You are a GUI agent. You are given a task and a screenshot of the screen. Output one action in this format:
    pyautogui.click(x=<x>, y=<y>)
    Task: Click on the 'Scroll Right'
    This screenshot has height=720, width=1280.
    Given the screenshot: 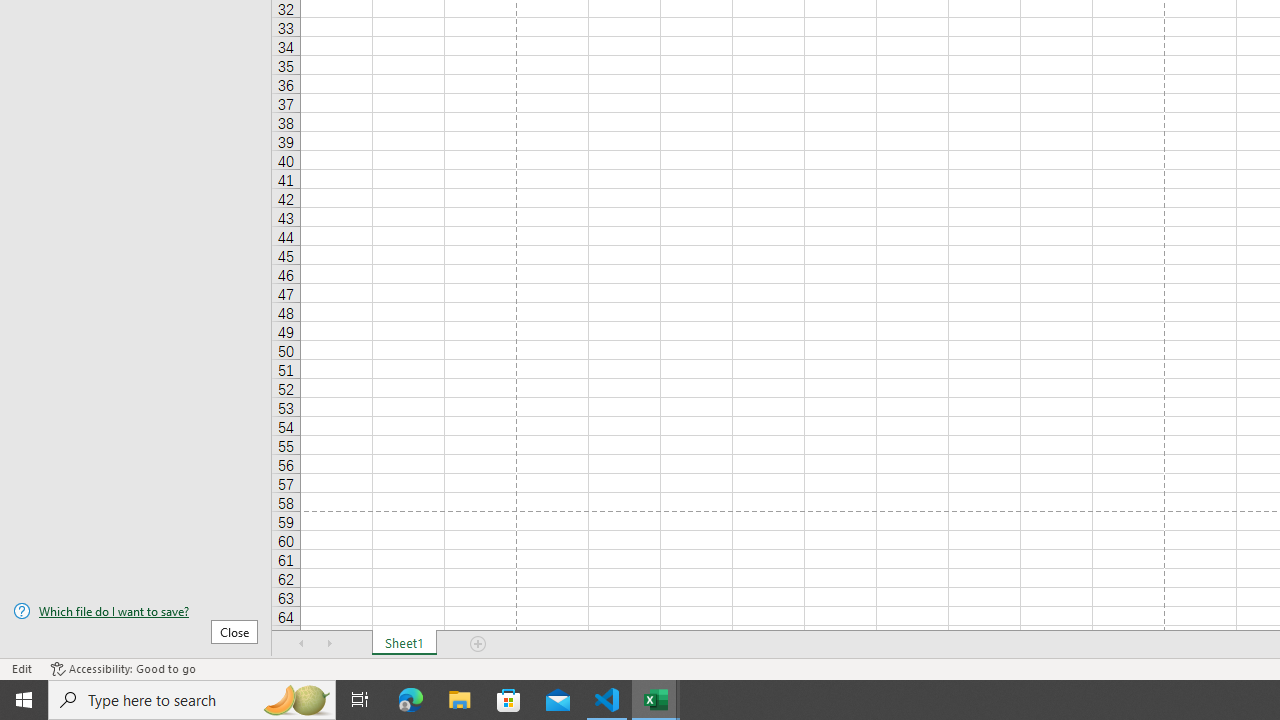 What is the action you would take?
    pyautogui.click(x=330, y=644)
    